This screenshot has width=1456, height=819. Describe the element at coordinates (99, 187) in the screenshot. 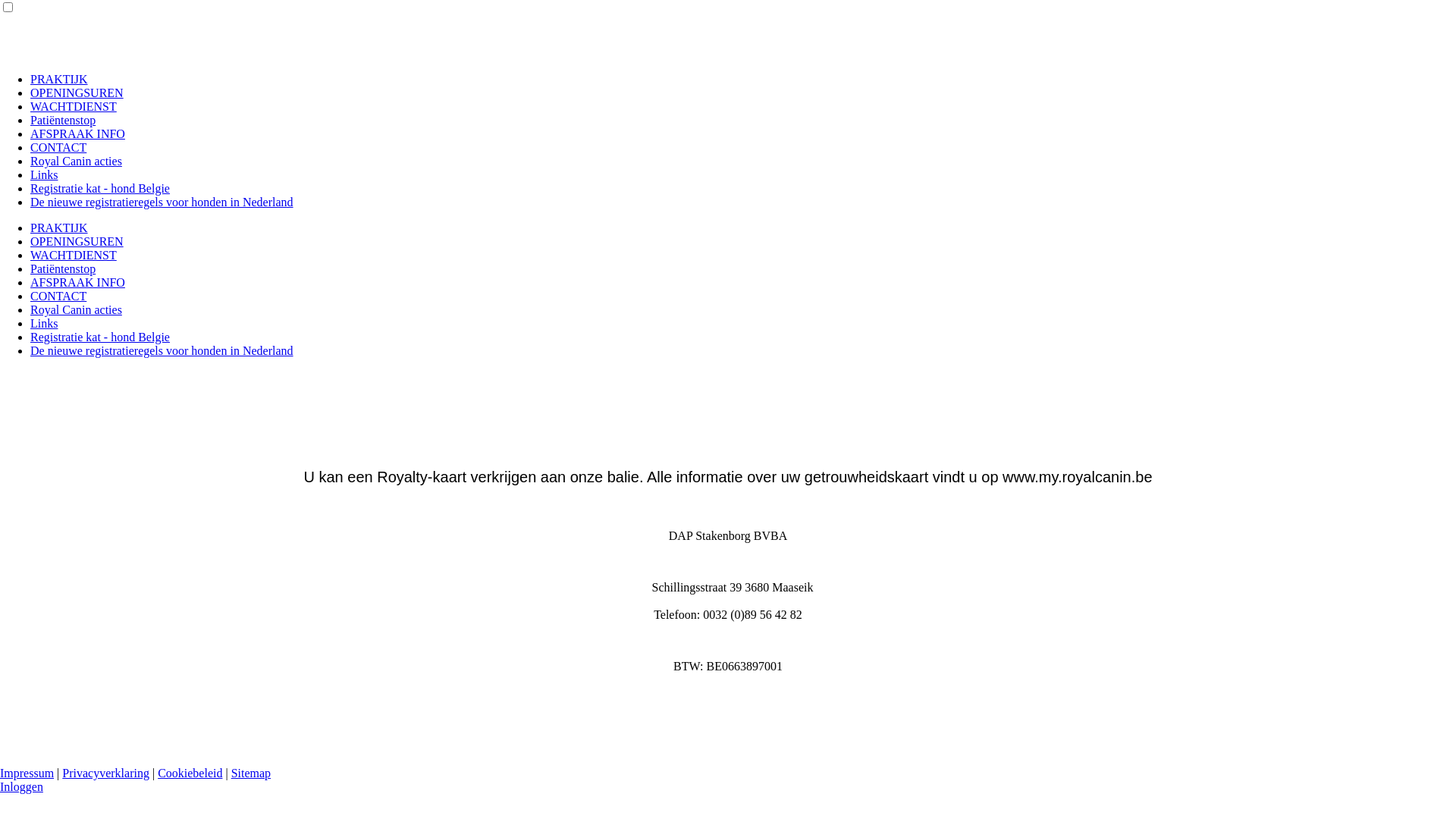

I see `'Registratie kat - hond Belgie'` at that location.